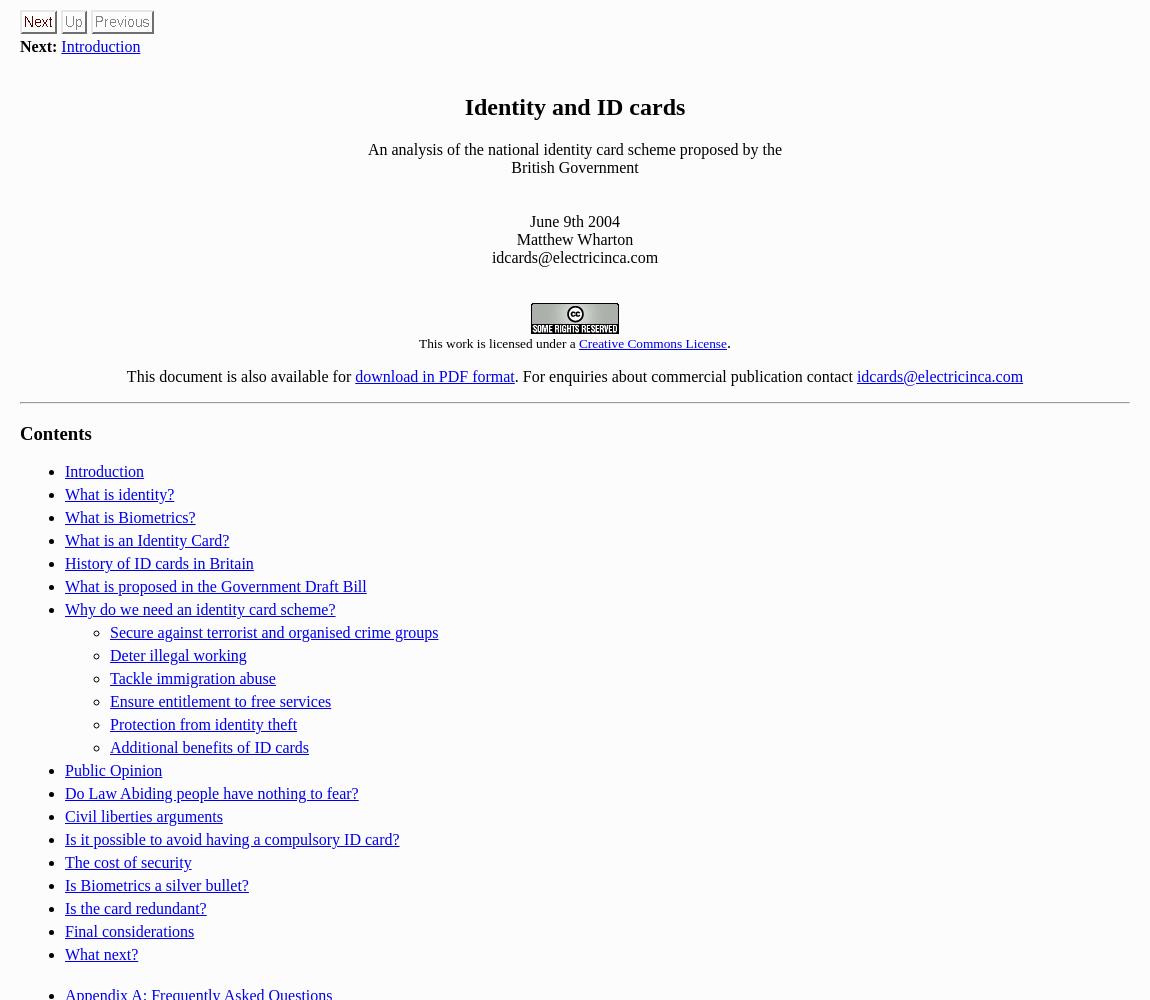 The height and width of the screenshot is (1000, 1150). What do you see at coordinates (128, 517) in the screenshot?
I see `'What is Biometrics?'` at bounding box center [128, 517].